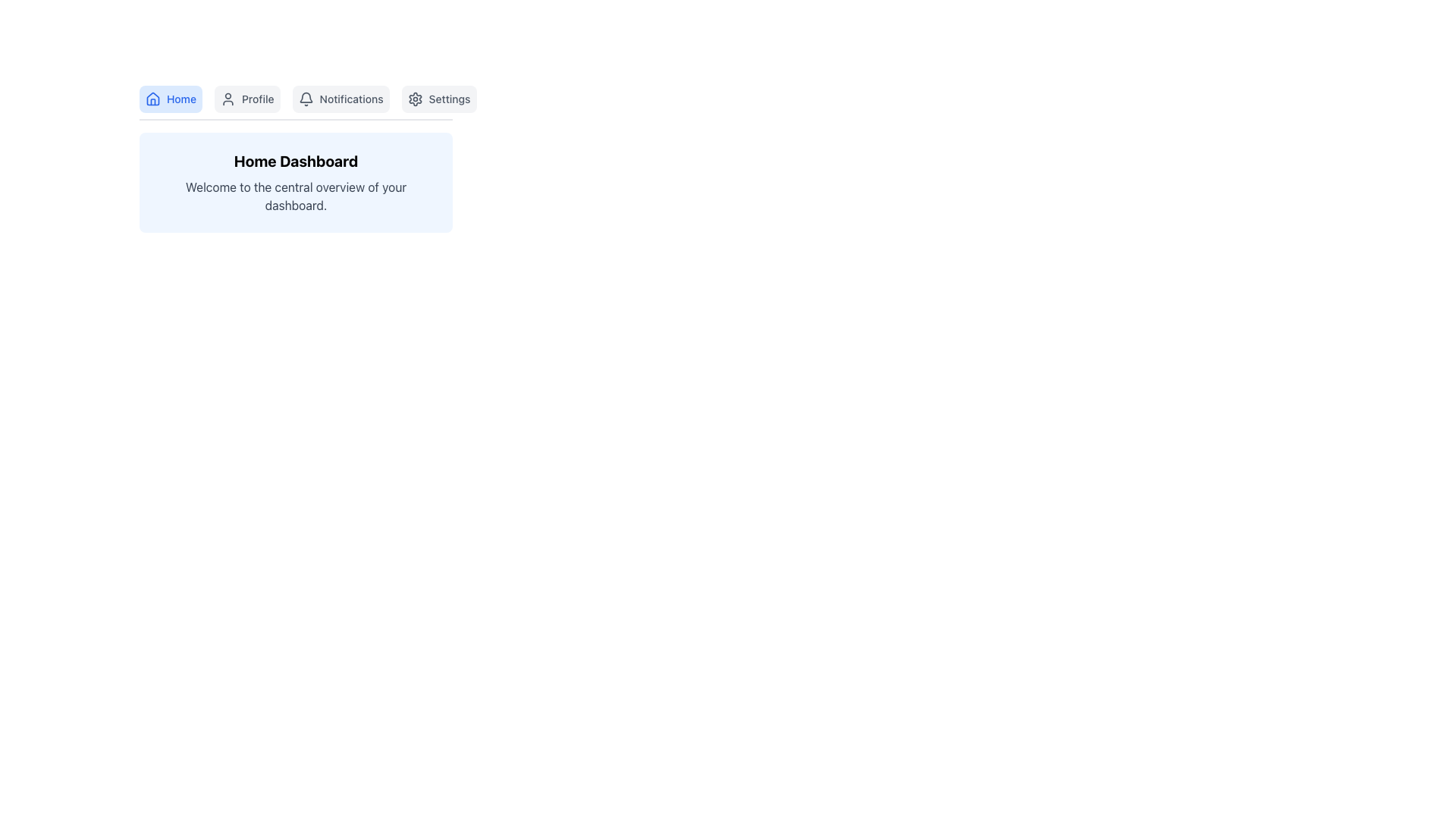 This screenshot has width=1456, height=819. I want to click on the 'Notifications' navigation button, which is the third button from the left in the horizontal row, positioned below the header and between the 'Profile' and 'Settings' buttons, so click(340, 99).